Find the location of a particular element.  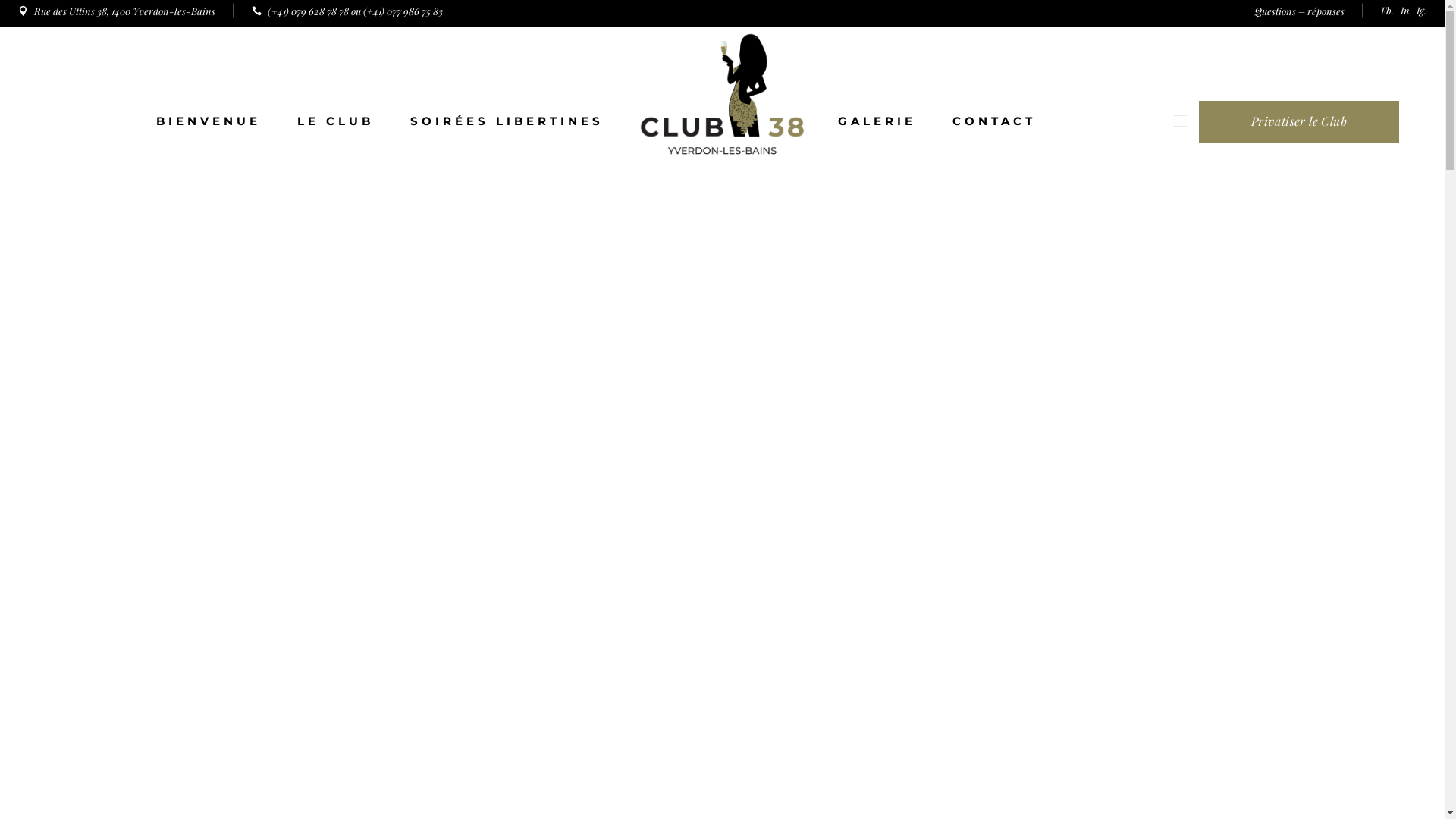

'CONTACT' is located at coordinates (952, 120).